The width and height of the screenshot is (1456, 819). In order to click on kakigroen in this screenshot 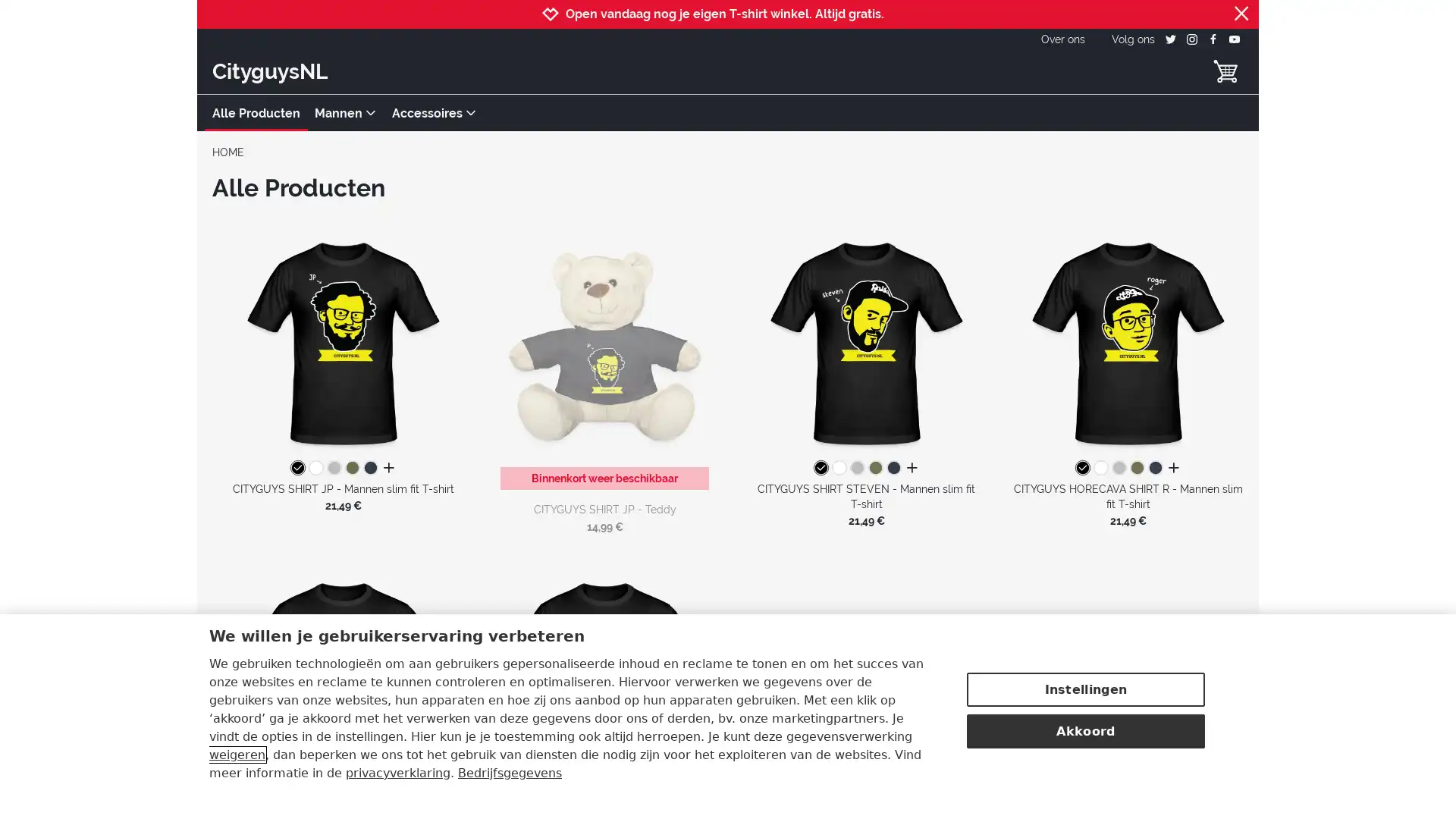, I will do `click(874, 468)`.